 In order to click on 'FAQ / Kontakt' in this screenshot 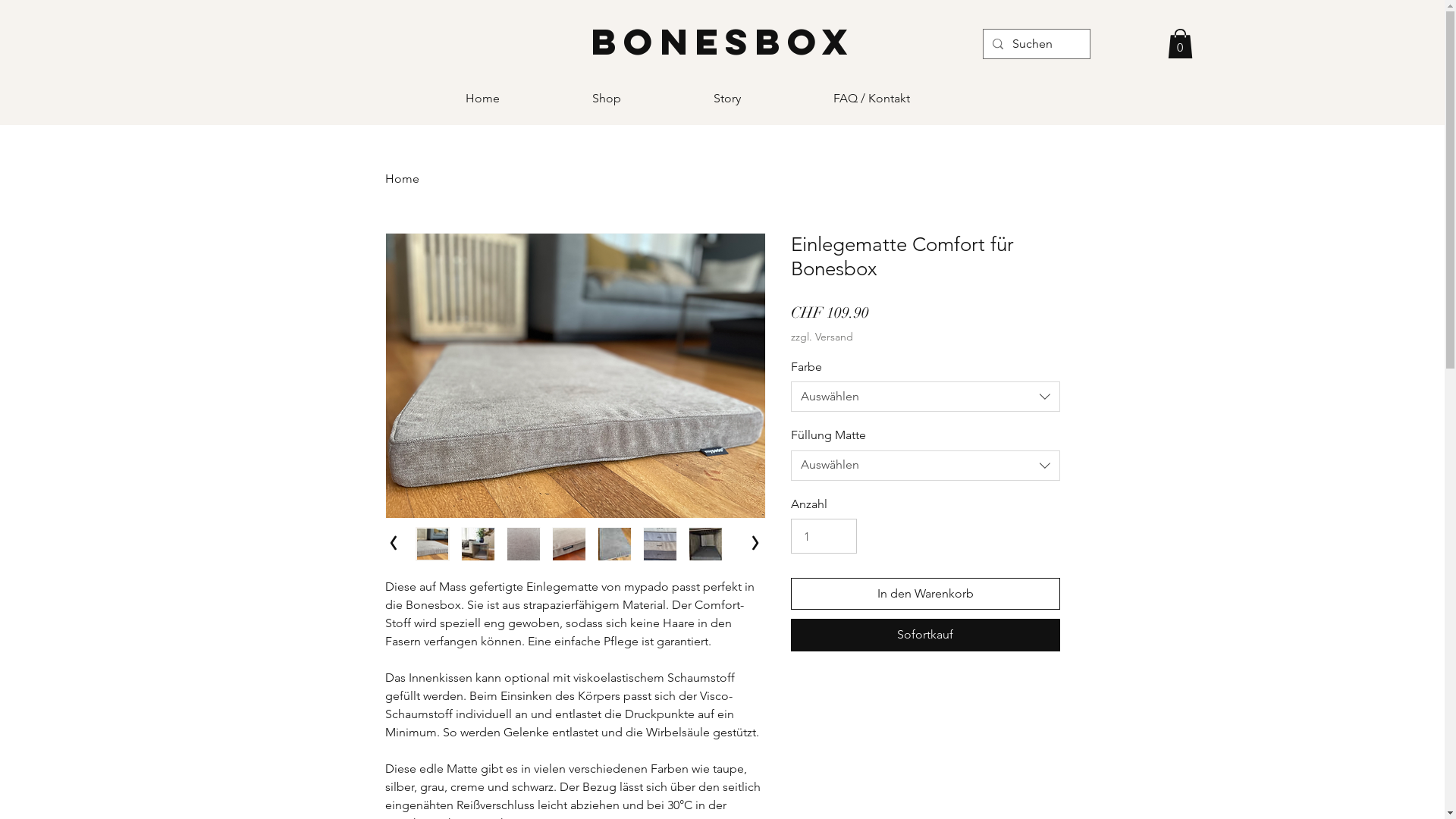, I will do `click(821, 99)`.